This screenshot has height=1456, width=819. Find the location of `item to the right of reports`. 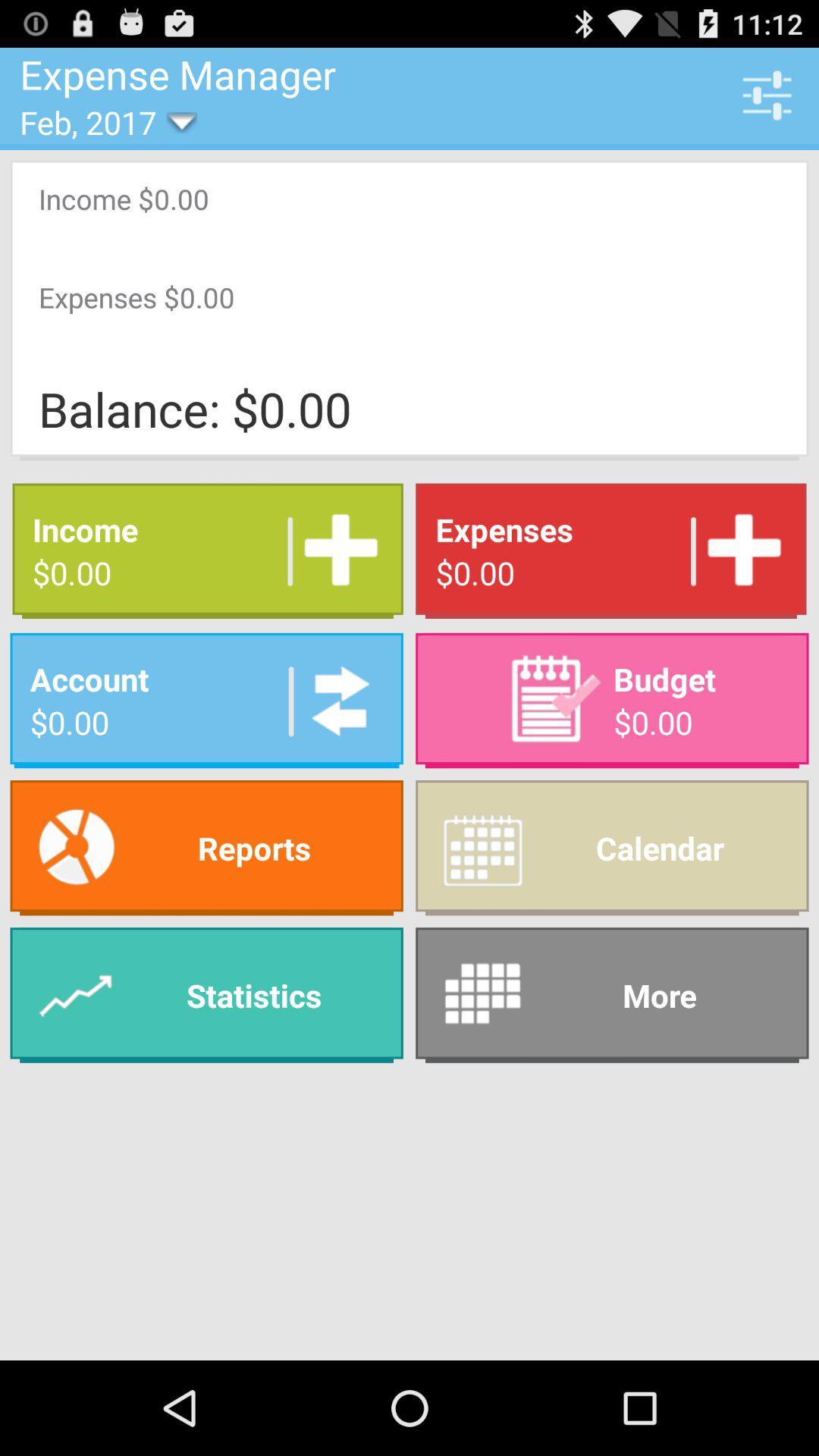

item to the right of reports is located at coordinates (611, 847).